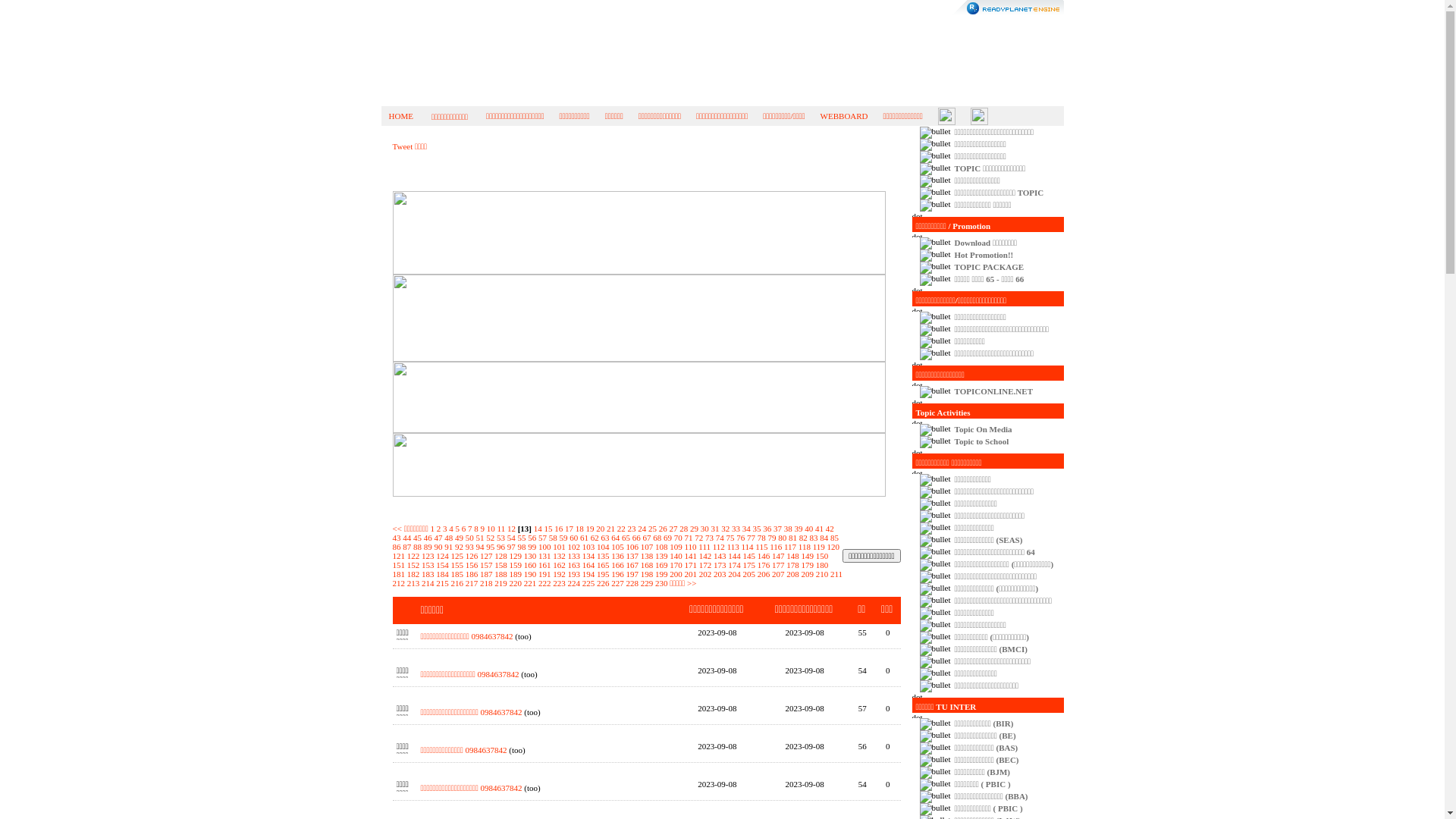  Describe the element at coordinates (469, 528) in the screenshot. I see `'7'` at that location.